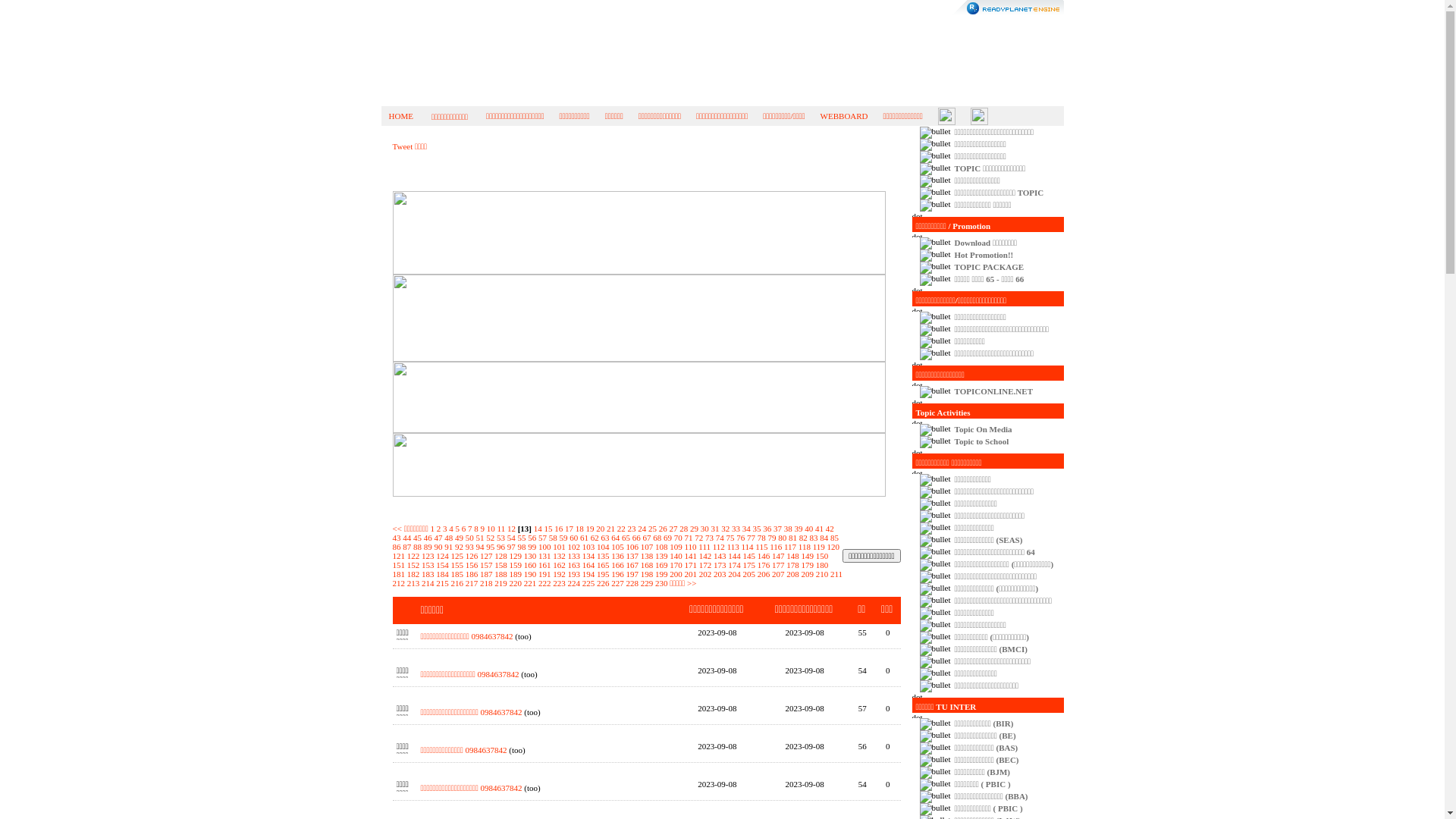  Describe the element at coordinates (469, 528) in the screenshot. I see `'7'` at that location.